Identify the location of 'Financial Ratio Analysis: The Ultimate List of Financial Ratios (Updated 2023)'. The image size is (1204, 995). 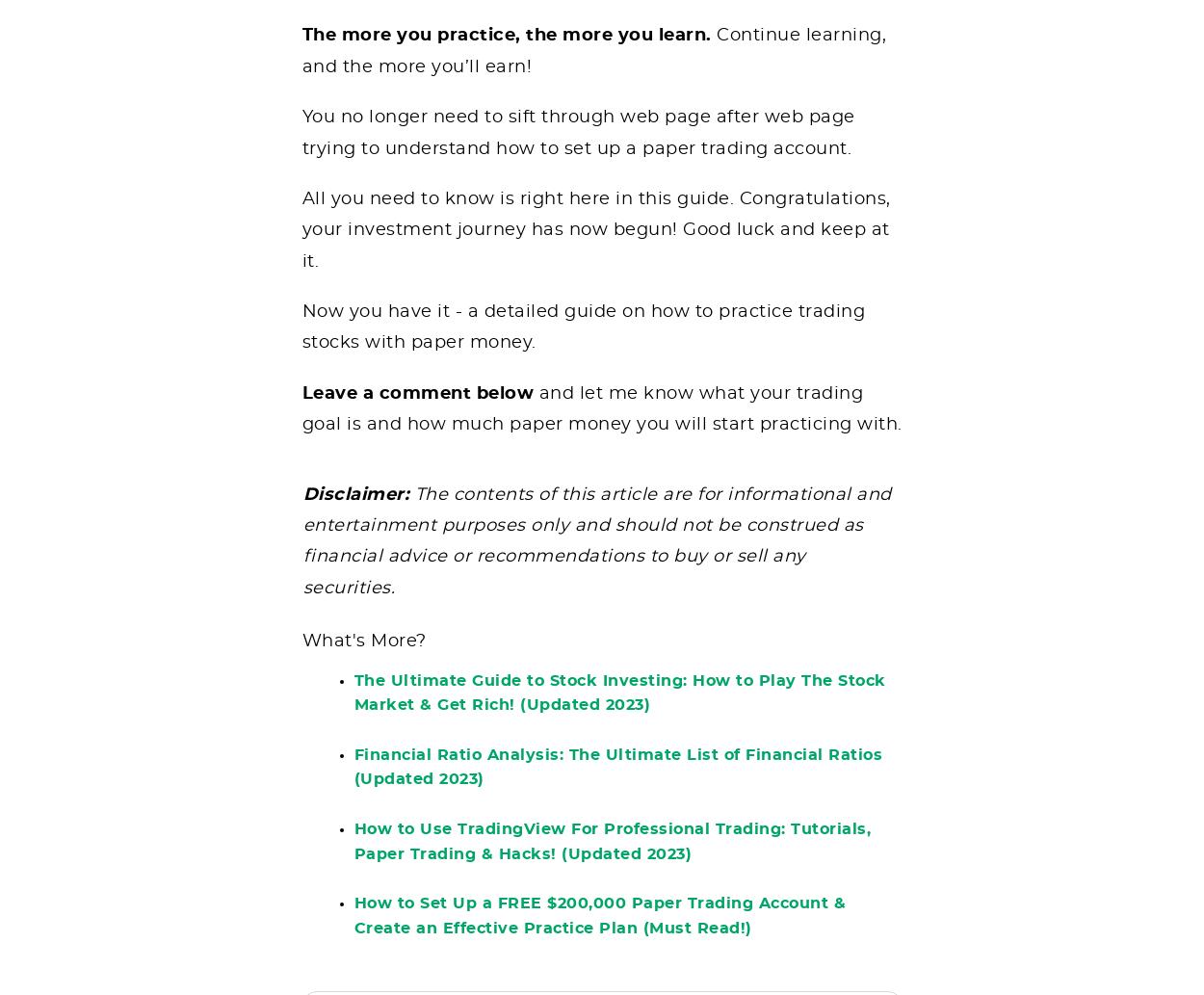
(617, 781).